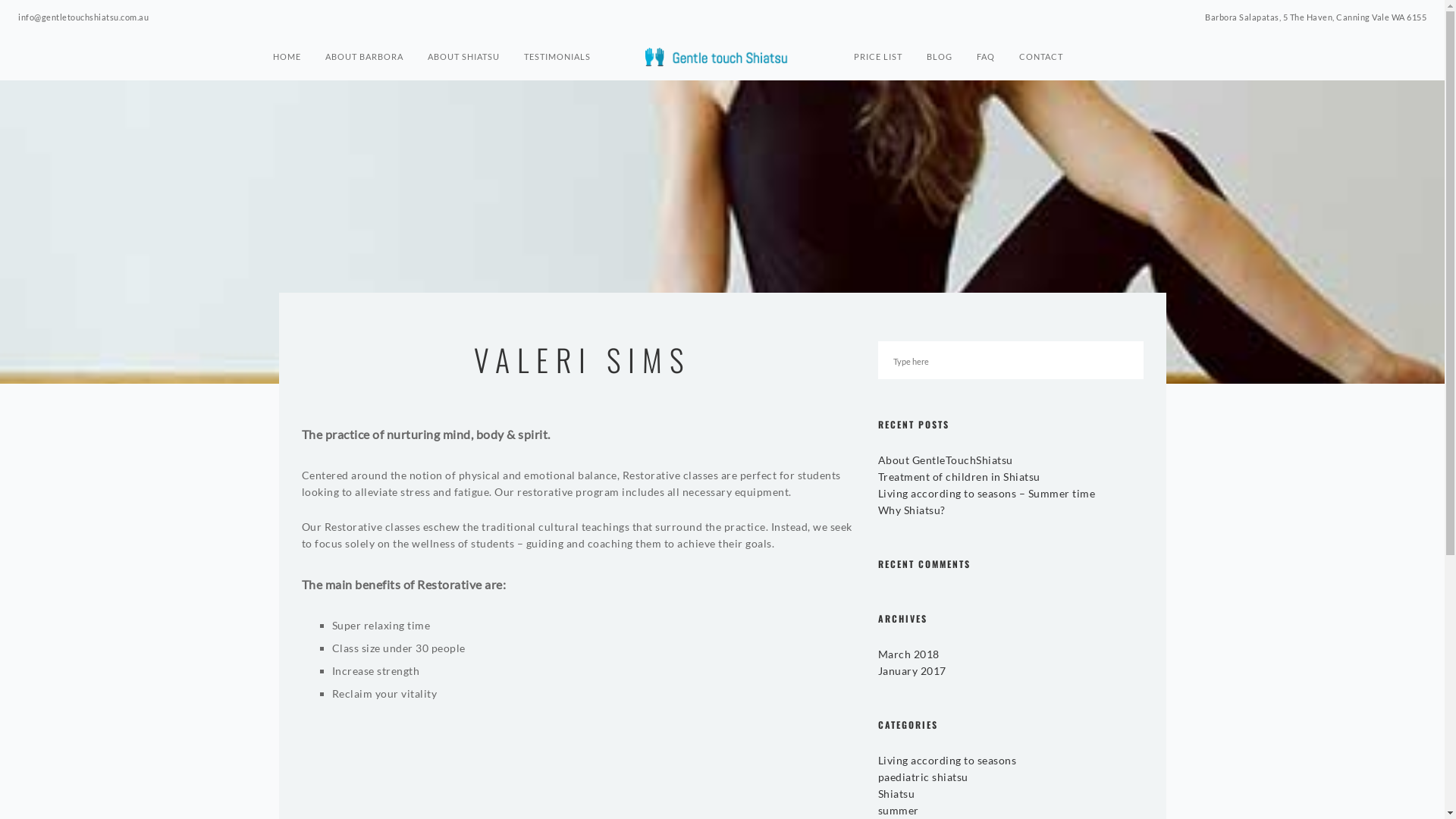  What do you see at coordinates (287, 57) in the screenshot?
I see `'HOME'` at bounding box center [287, 57].